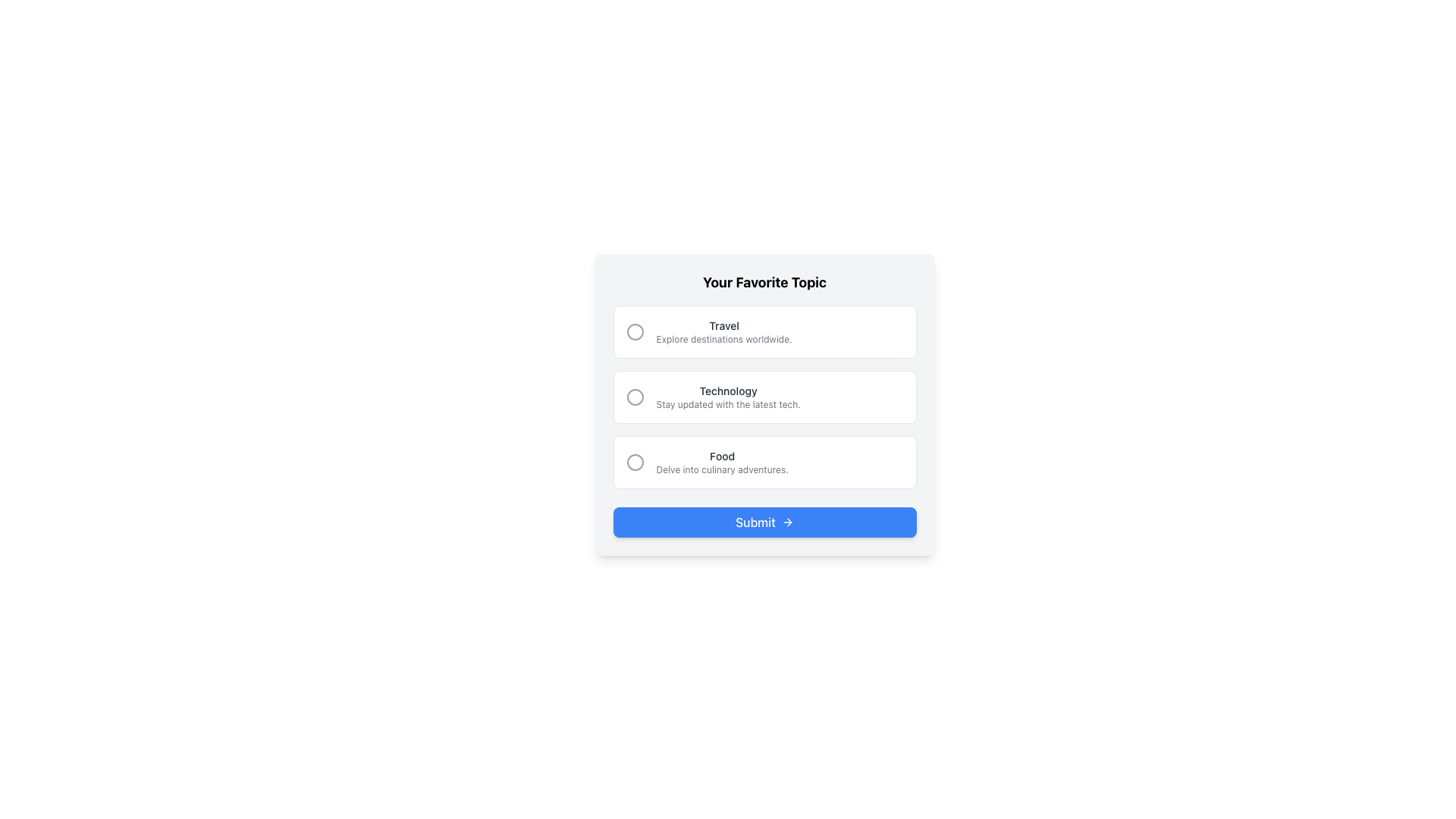  I want to click on the Text Description element in the first row of the vertical list under 'Your Favorite Topic', which describes one of the selectable options, so click(723, 331).